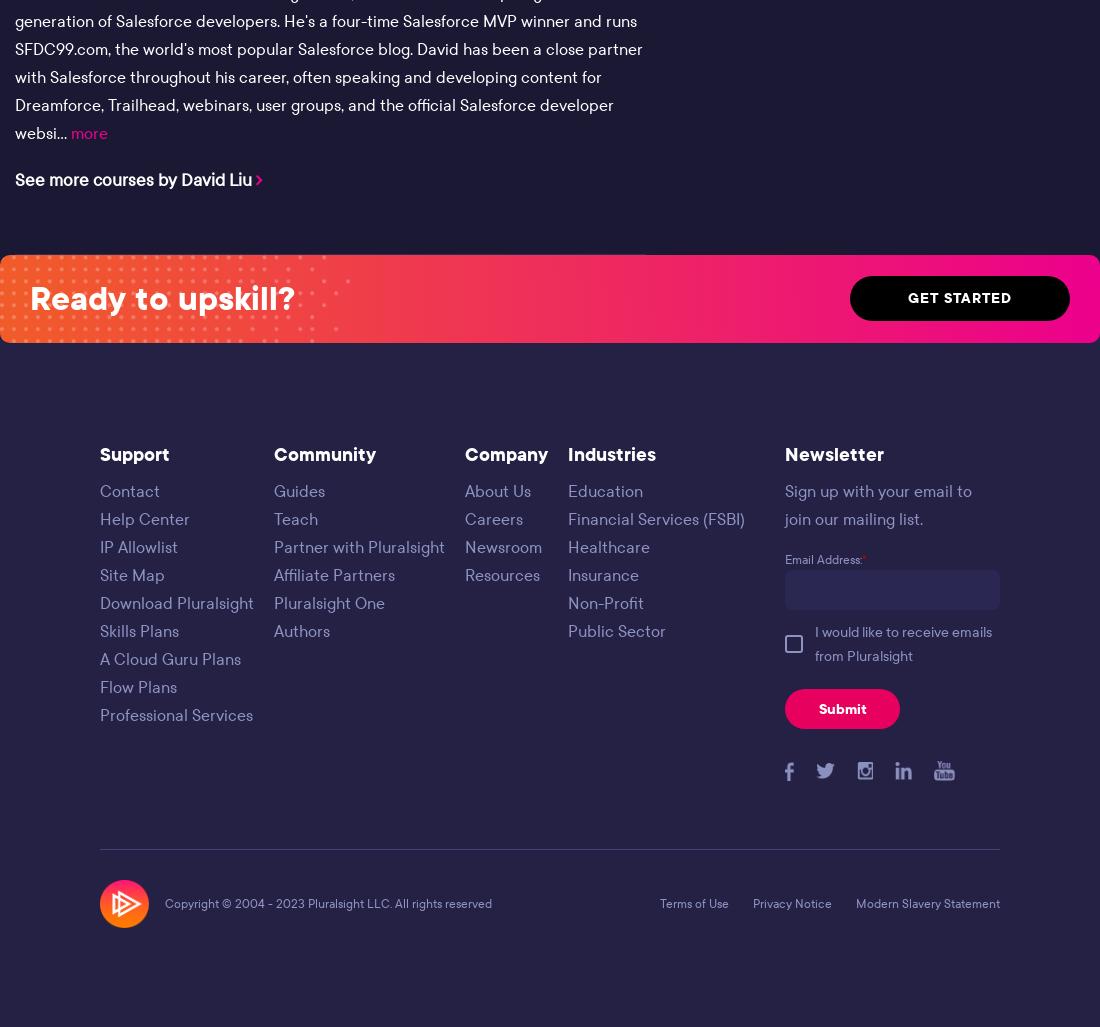  What do you see at coordinates (63, 132) in the screenshot?
I see `'...'` at bounding box center [63, 132].